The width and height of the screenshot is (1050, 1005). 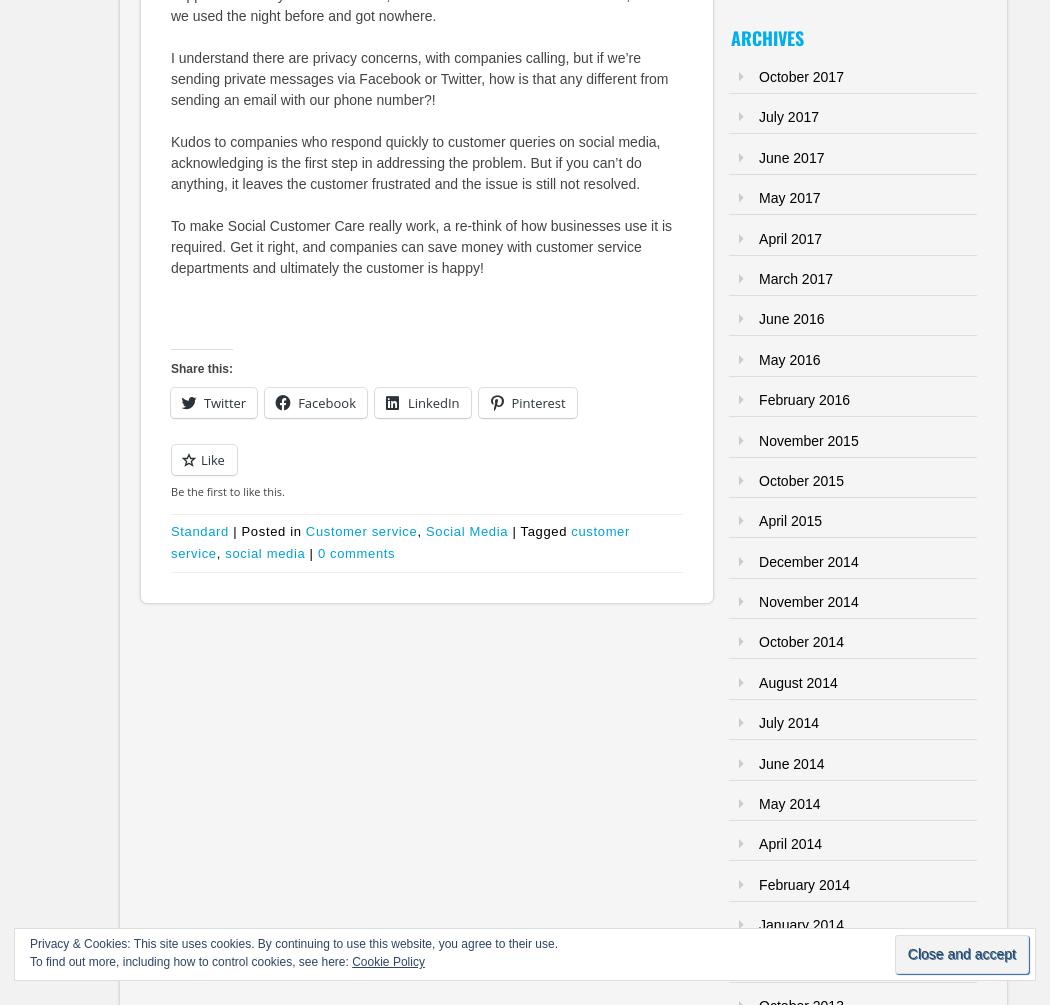 What do you see at coordinates (807, 964) in the screenshot?
I see `'November 2013'` at bounding box center [807, 964].